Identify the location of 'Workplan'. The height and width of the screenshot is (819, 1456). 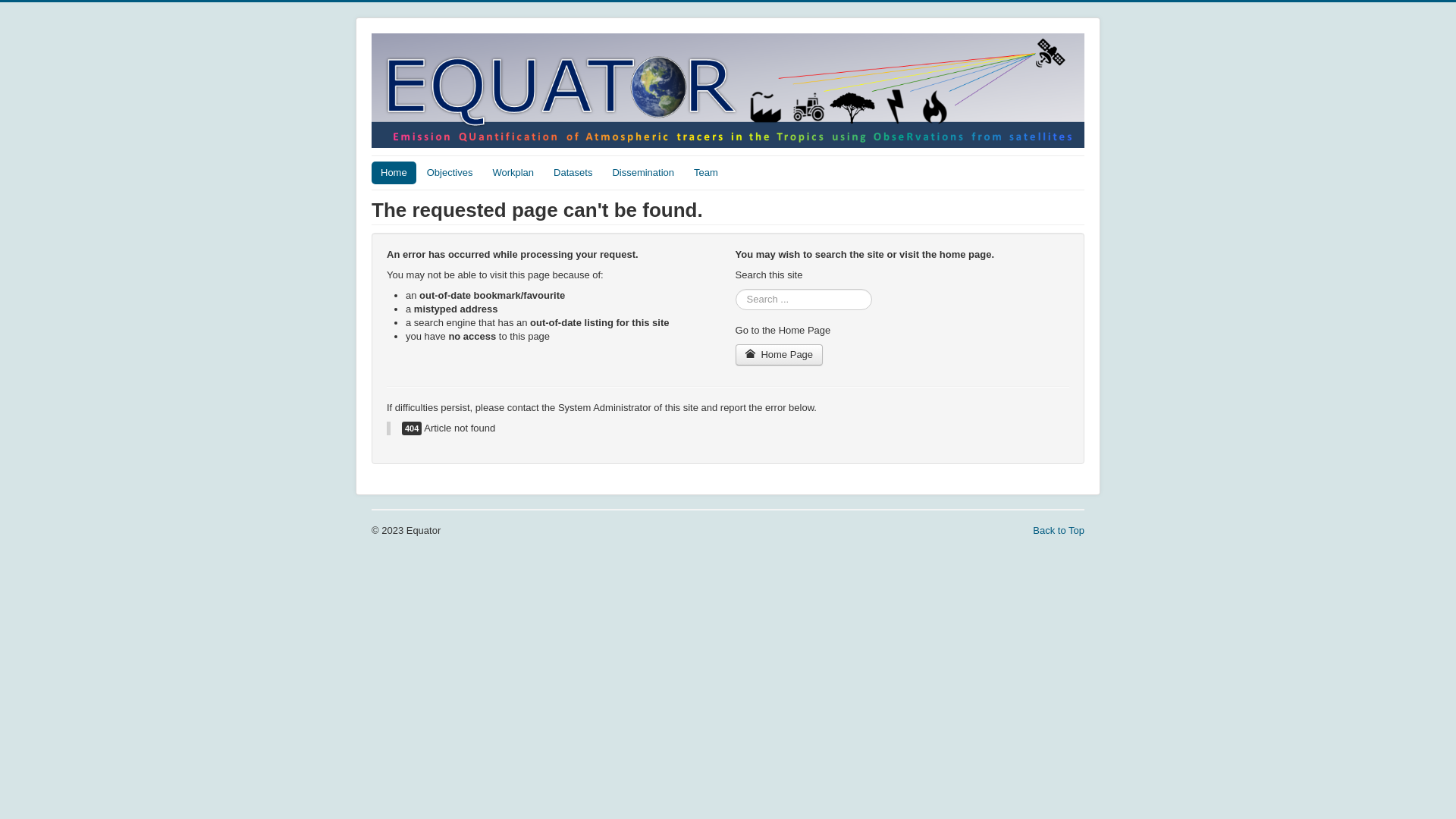
(513, 171).